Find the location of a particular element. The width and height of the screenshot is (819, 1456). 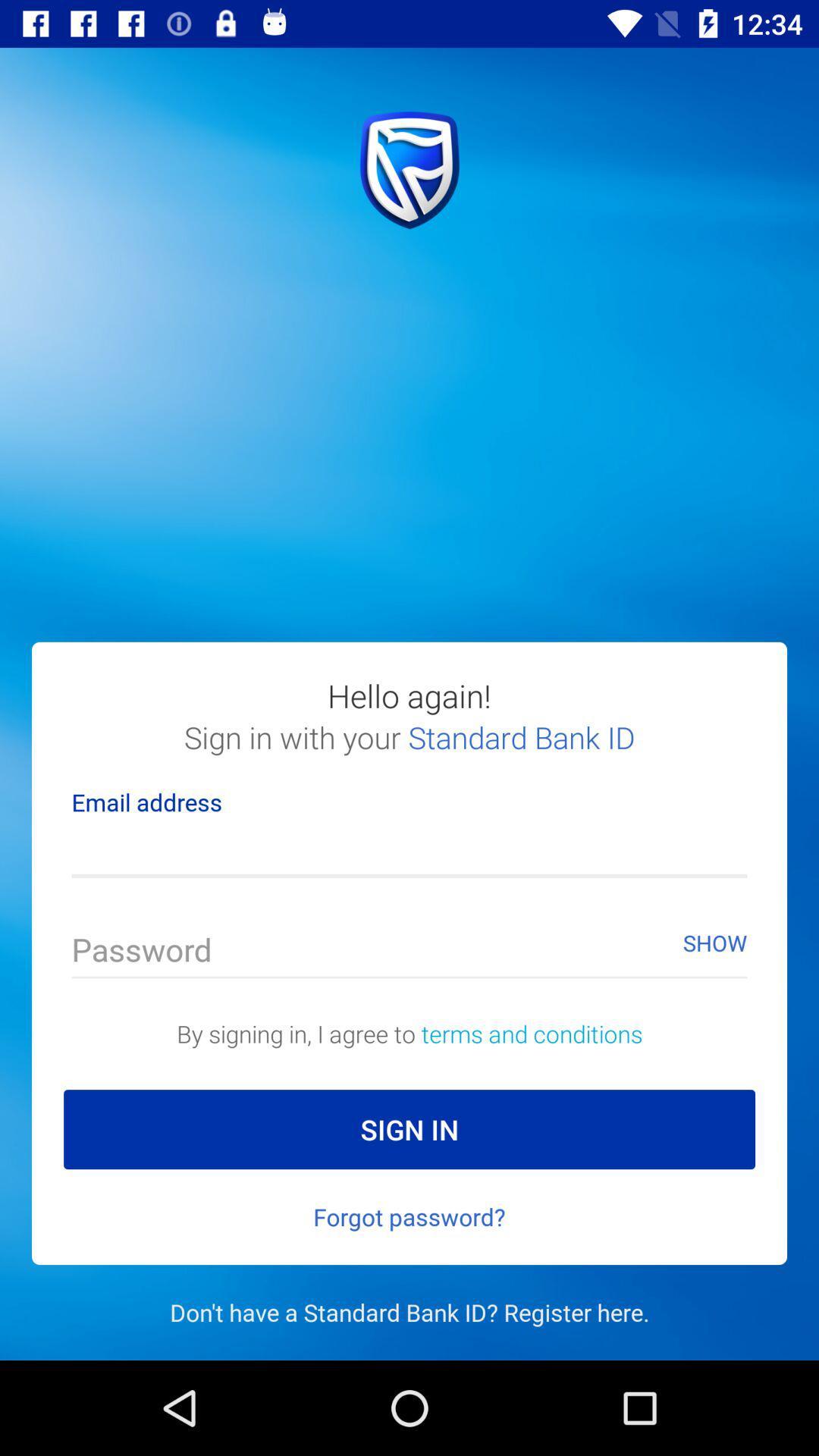

your password is located at coordinates (409, 952).